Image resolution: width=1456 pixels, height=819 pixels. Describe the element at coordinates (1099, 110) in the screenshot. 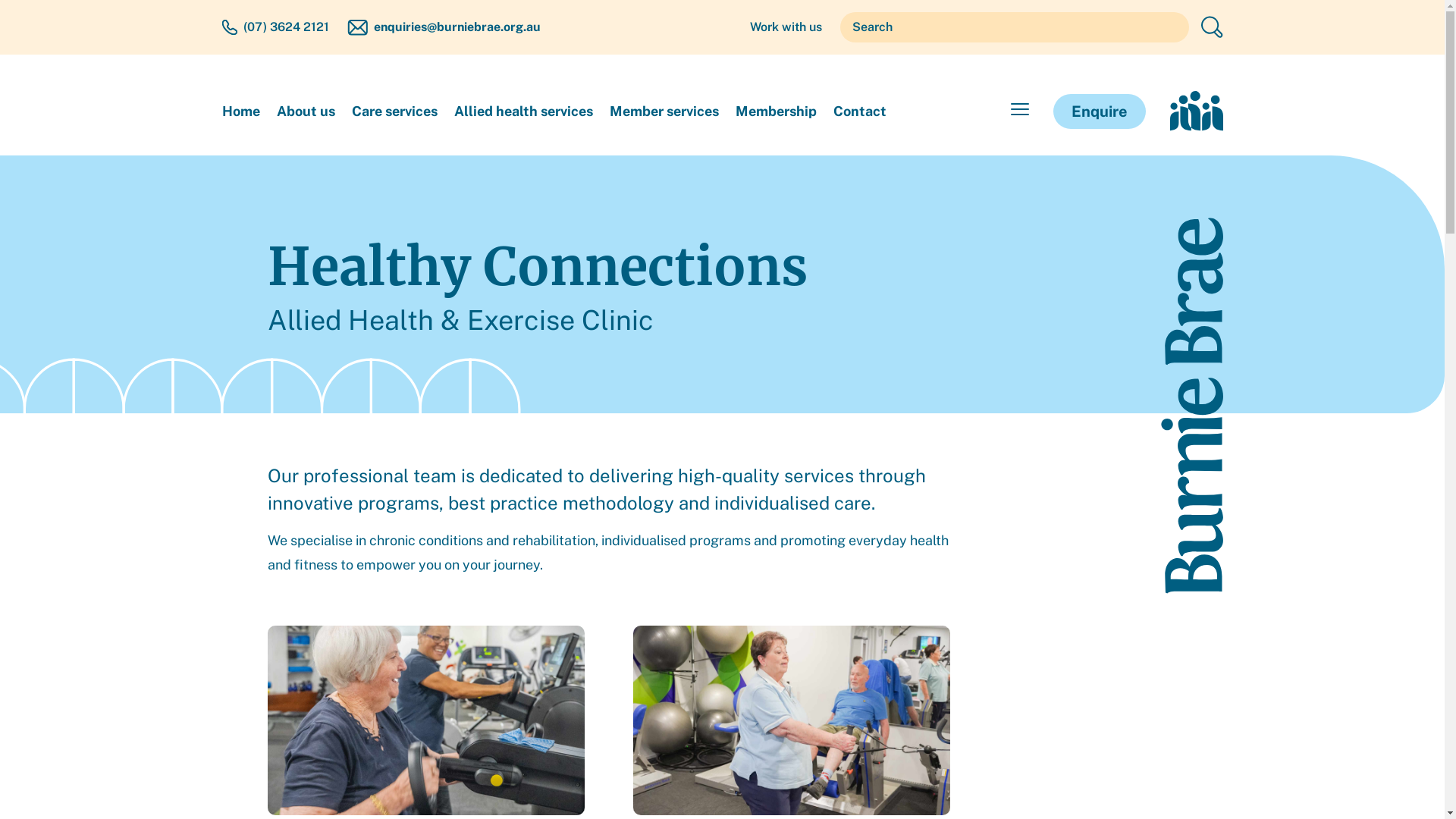

I see `'Enquire'` at that location.